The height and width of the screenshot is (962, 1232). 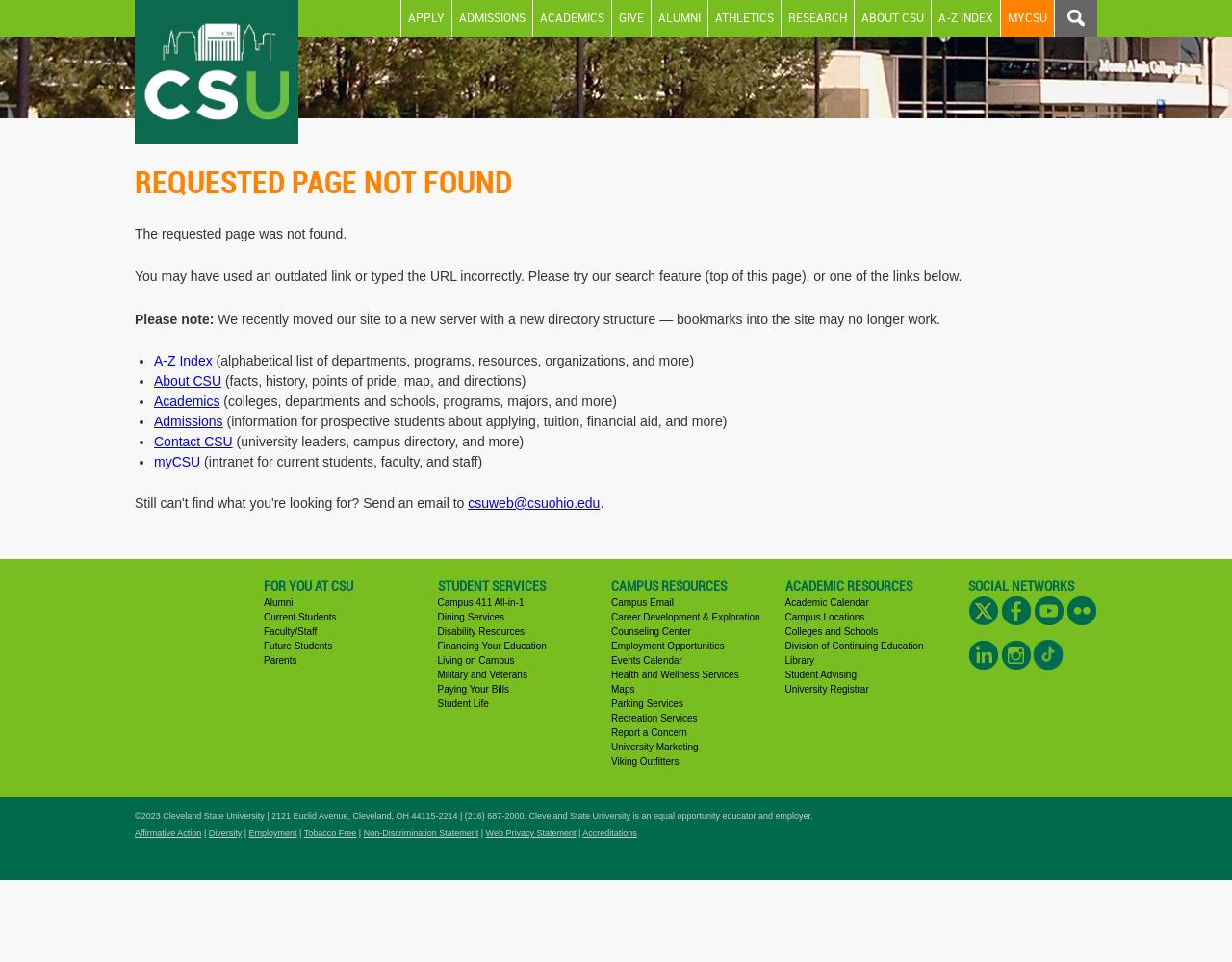 I want to click on 'Colleges and Schools', so click(x=831, y=630).